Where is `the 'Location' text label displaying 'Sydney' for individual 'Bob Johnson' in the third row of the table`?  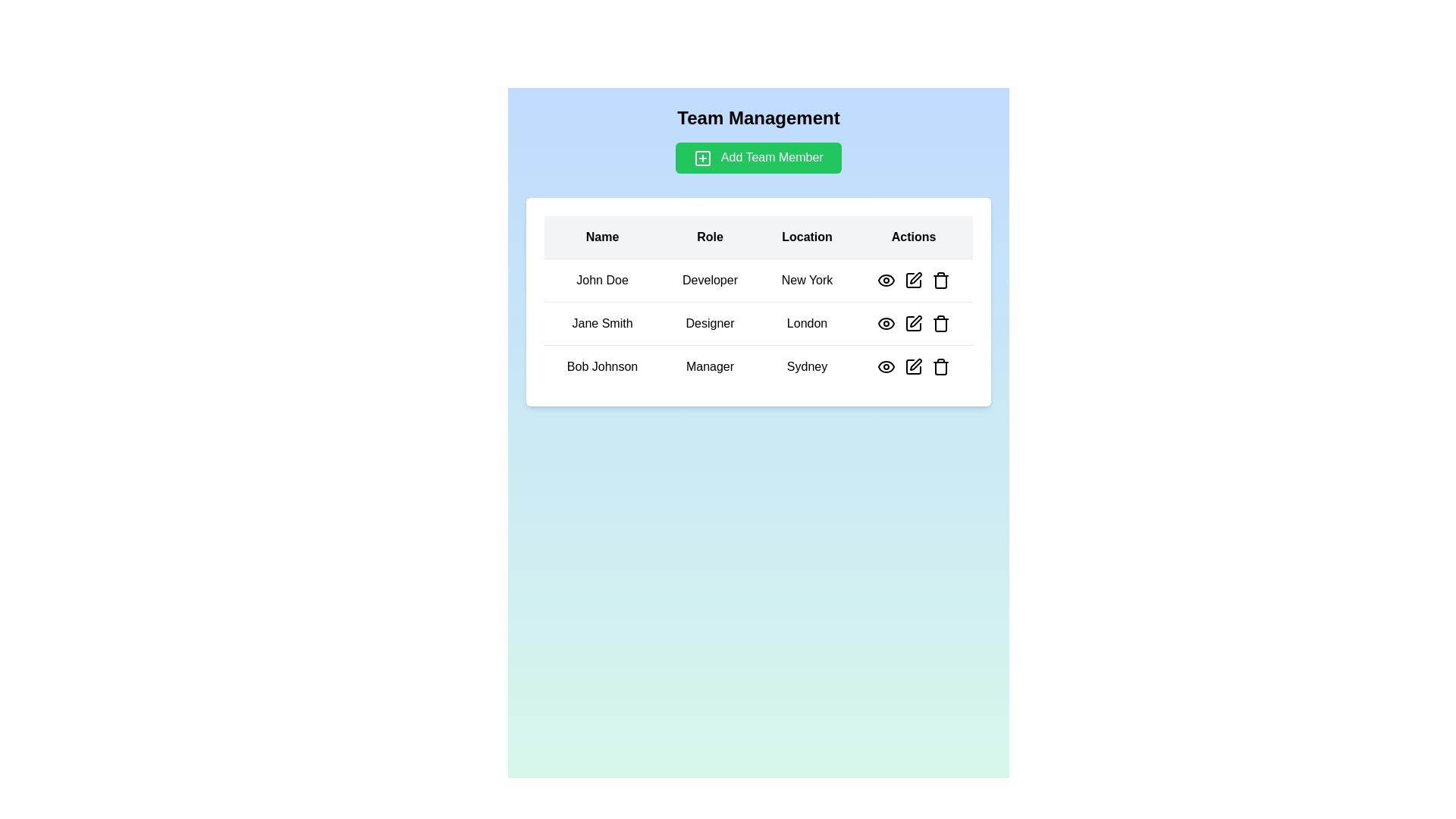
the 'Location' text label displaying 'Sydney' for individual 'Bob Johnson' in the third row of the table is located at coordinates (806, 366).